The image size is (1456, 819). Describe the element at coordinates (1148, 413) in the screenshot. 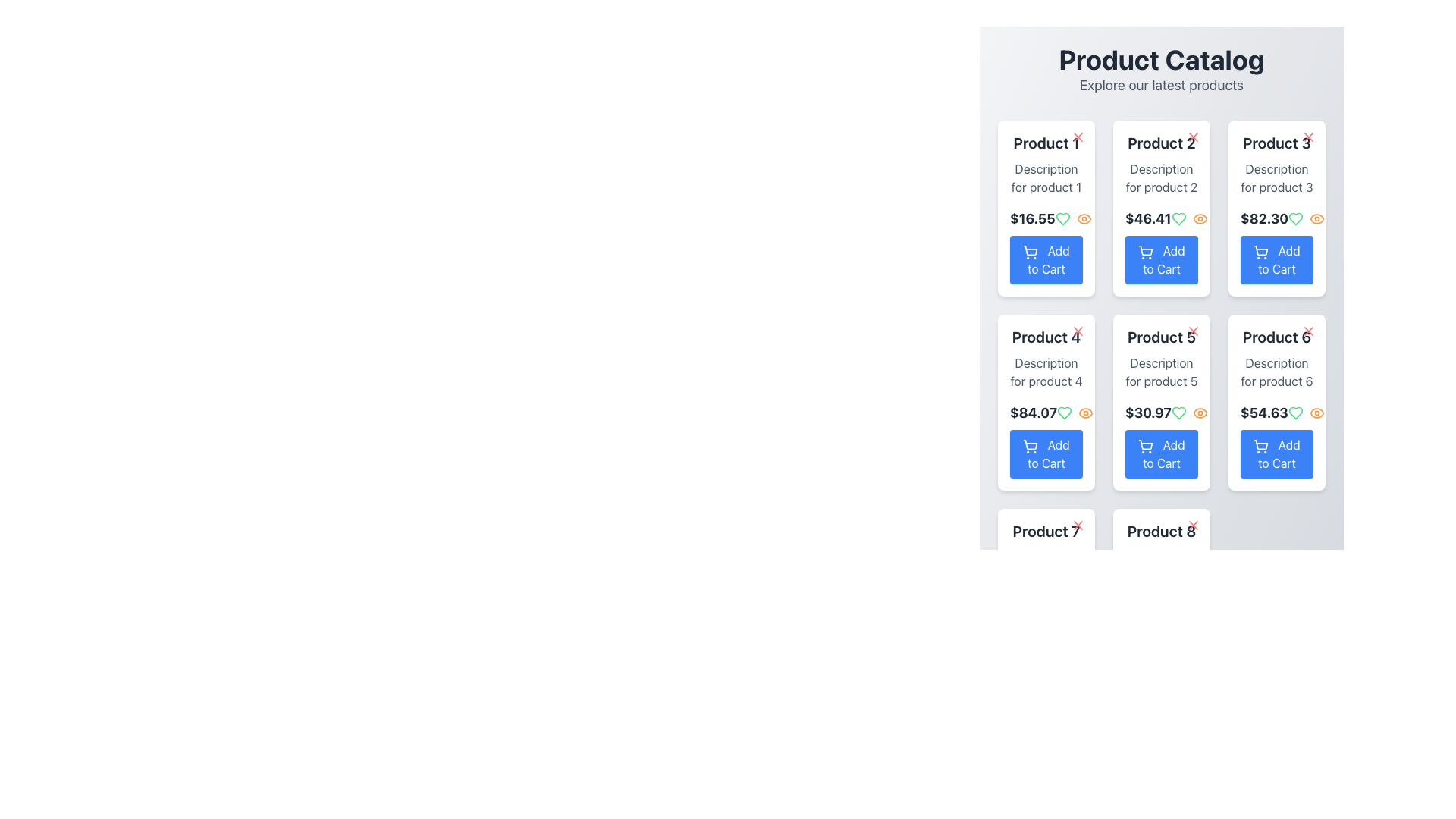

I see `the price Text Label within the fifth product card, located just above the 'Add to Cart' button` at that location.